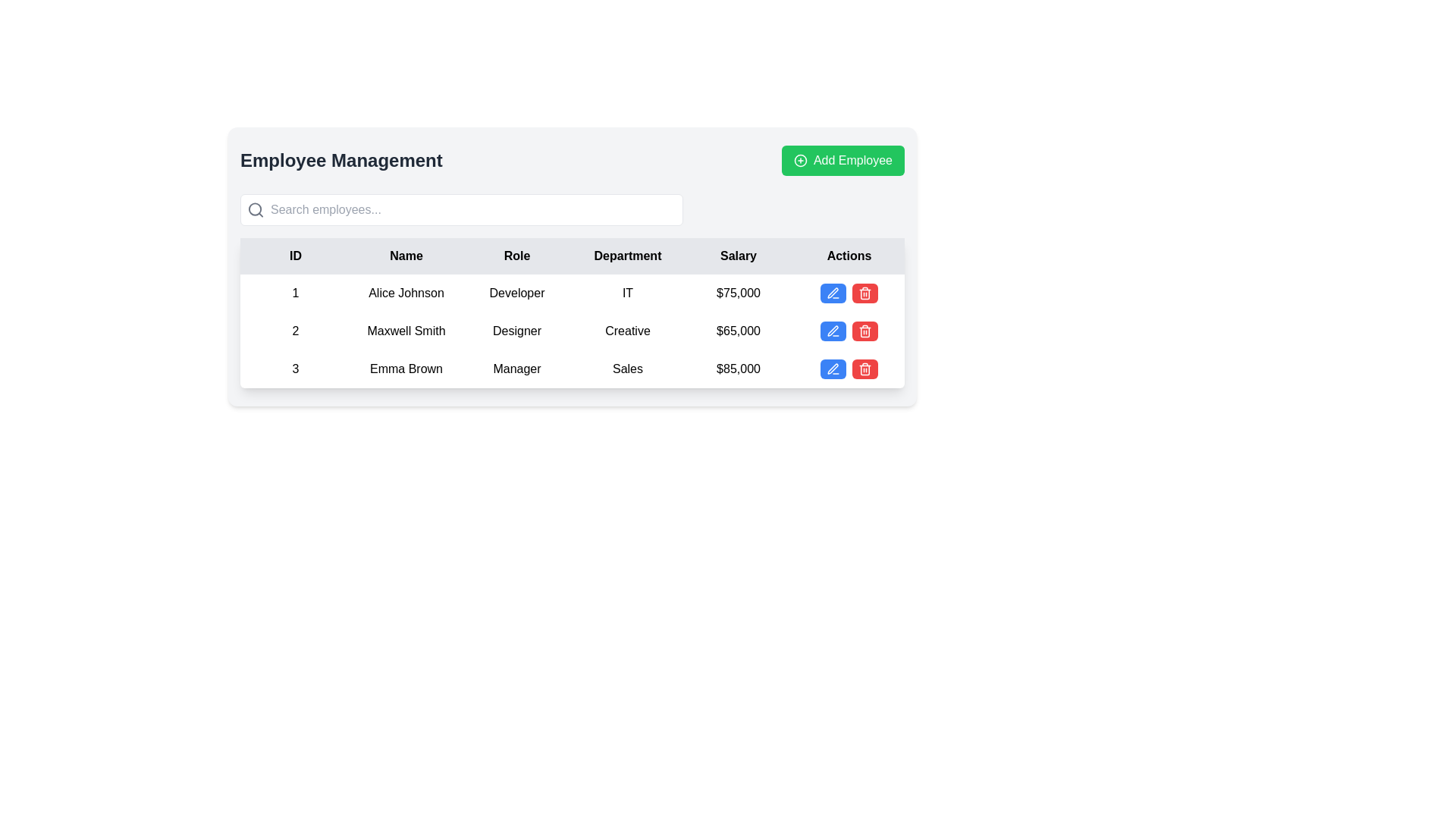 The width and height of the screenshot is (1456, 819). Describe the element at coordinates (848, 369) in the screenshot. I see `the buttons in the 'Actions' column of the row for 'Emma Brown'` at that location.